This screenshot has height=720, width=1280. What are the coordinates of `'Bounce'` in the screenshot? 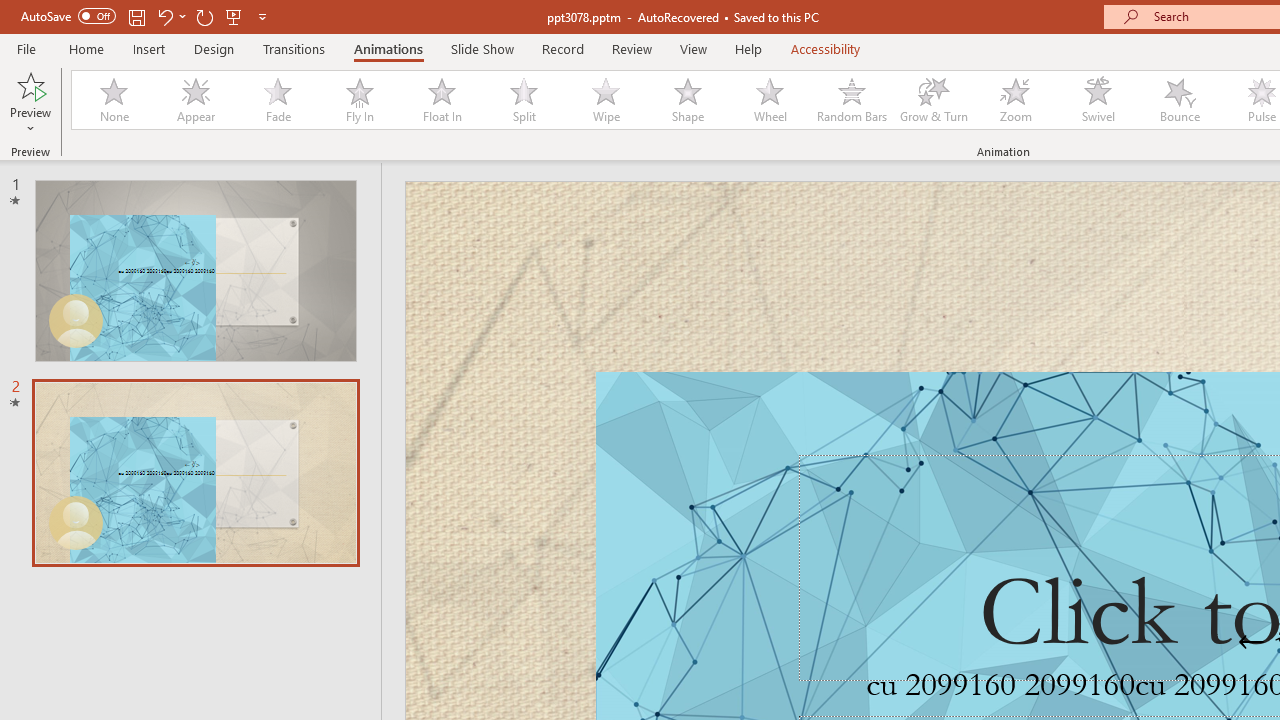 It's located at (1180, 100).